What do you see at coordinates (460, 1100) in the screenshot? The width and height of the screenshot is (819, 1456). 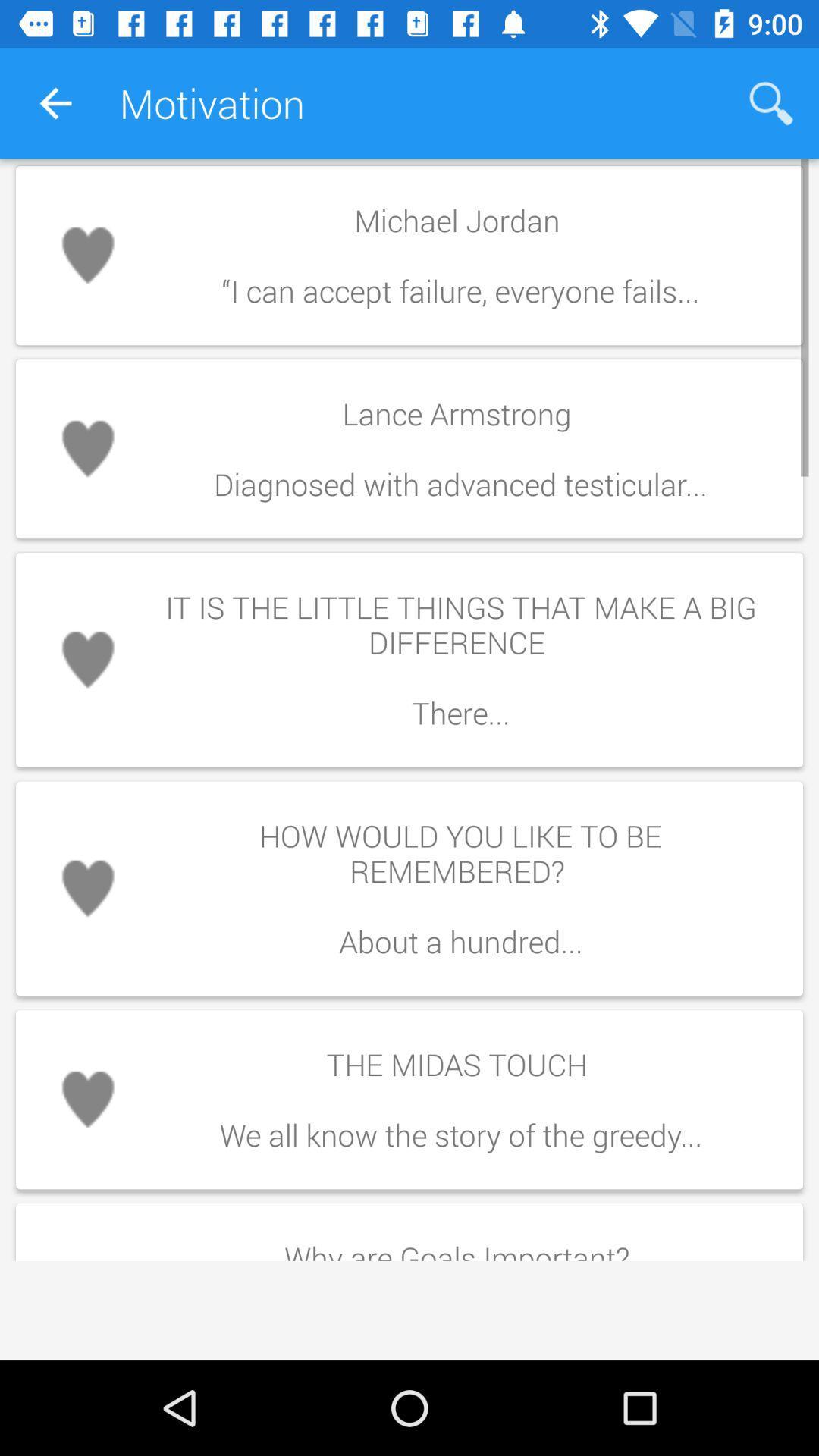 I see `the icon above why are goals` at bounding box center [460, 1100].